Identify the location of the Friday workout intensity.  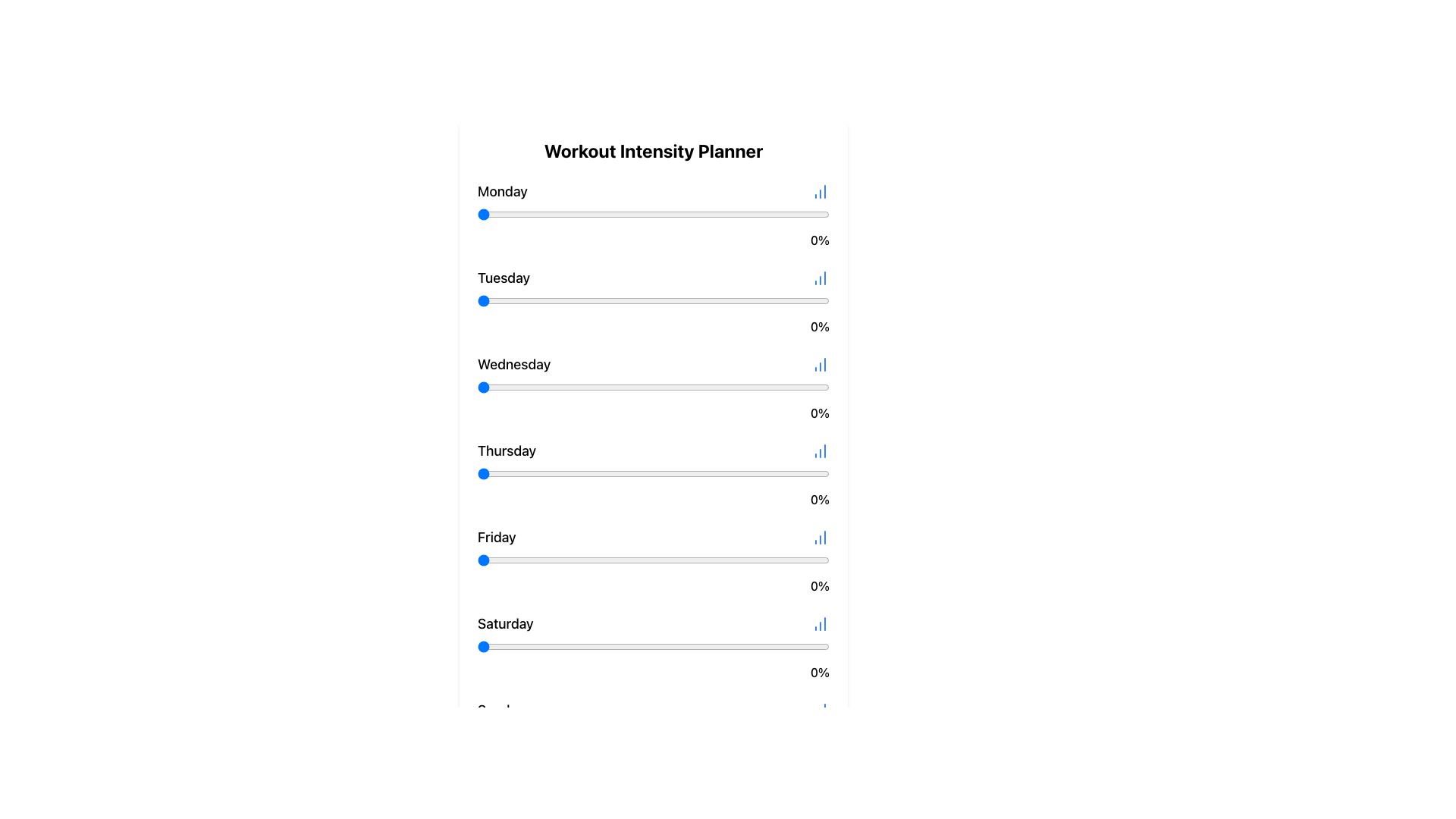
(585, 560).